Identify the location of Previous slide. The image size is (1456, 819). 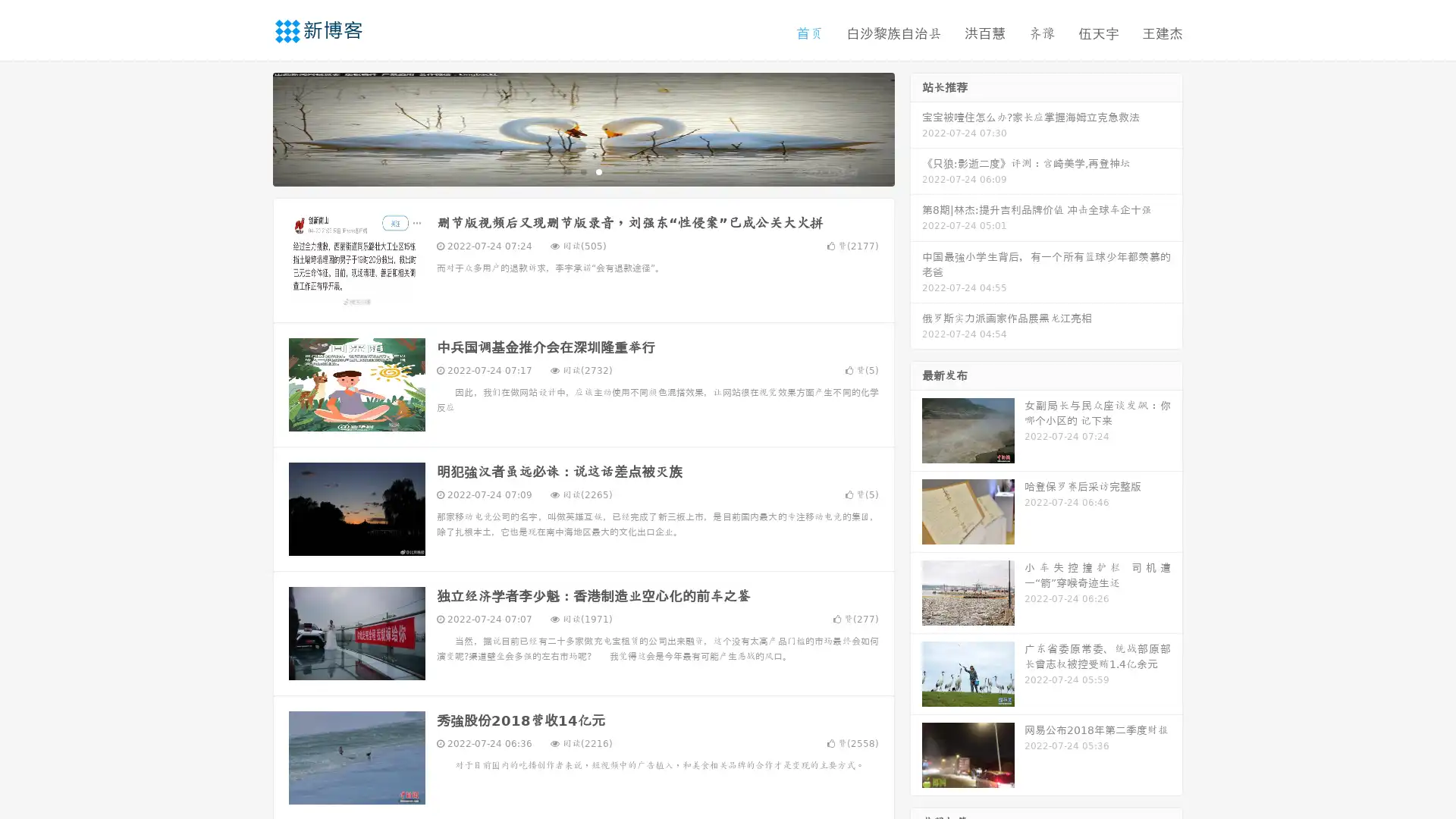
(250, 127).